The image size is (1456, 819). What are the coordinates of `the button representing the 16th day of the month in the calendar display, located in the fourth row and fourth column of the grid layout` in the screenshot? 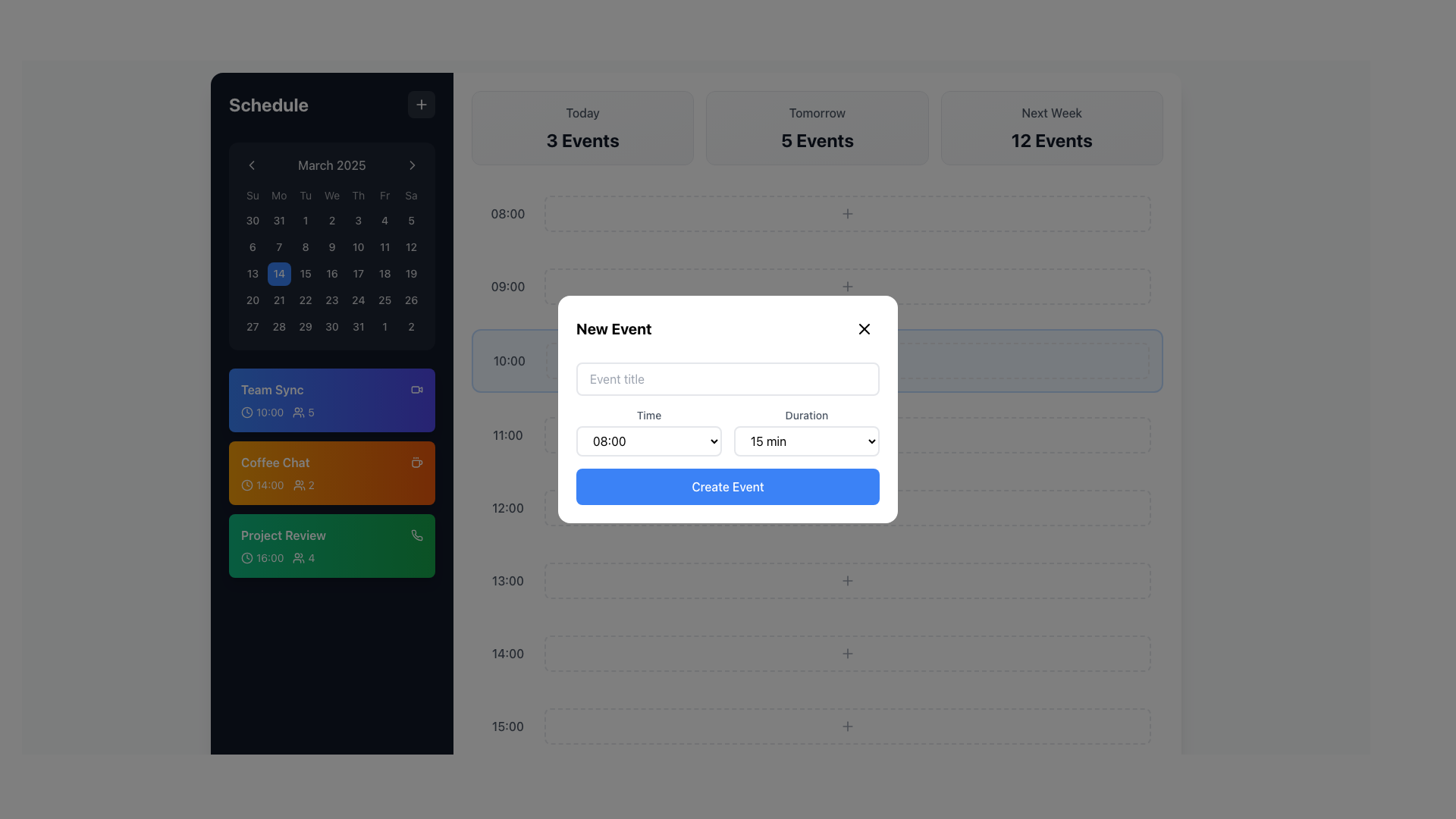 It's located at (331, 274).